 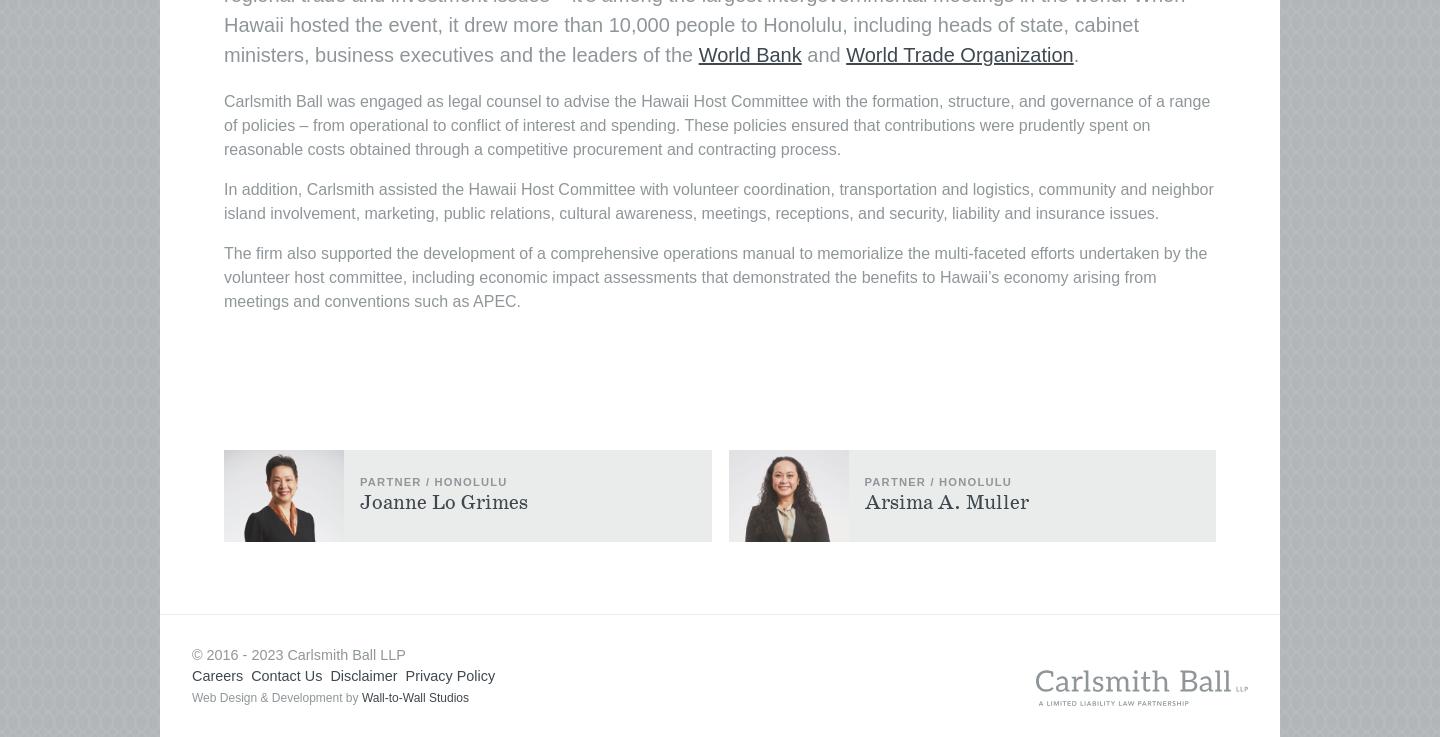 I want to click on 'Privacy Policy', so click(x=403, y=674).